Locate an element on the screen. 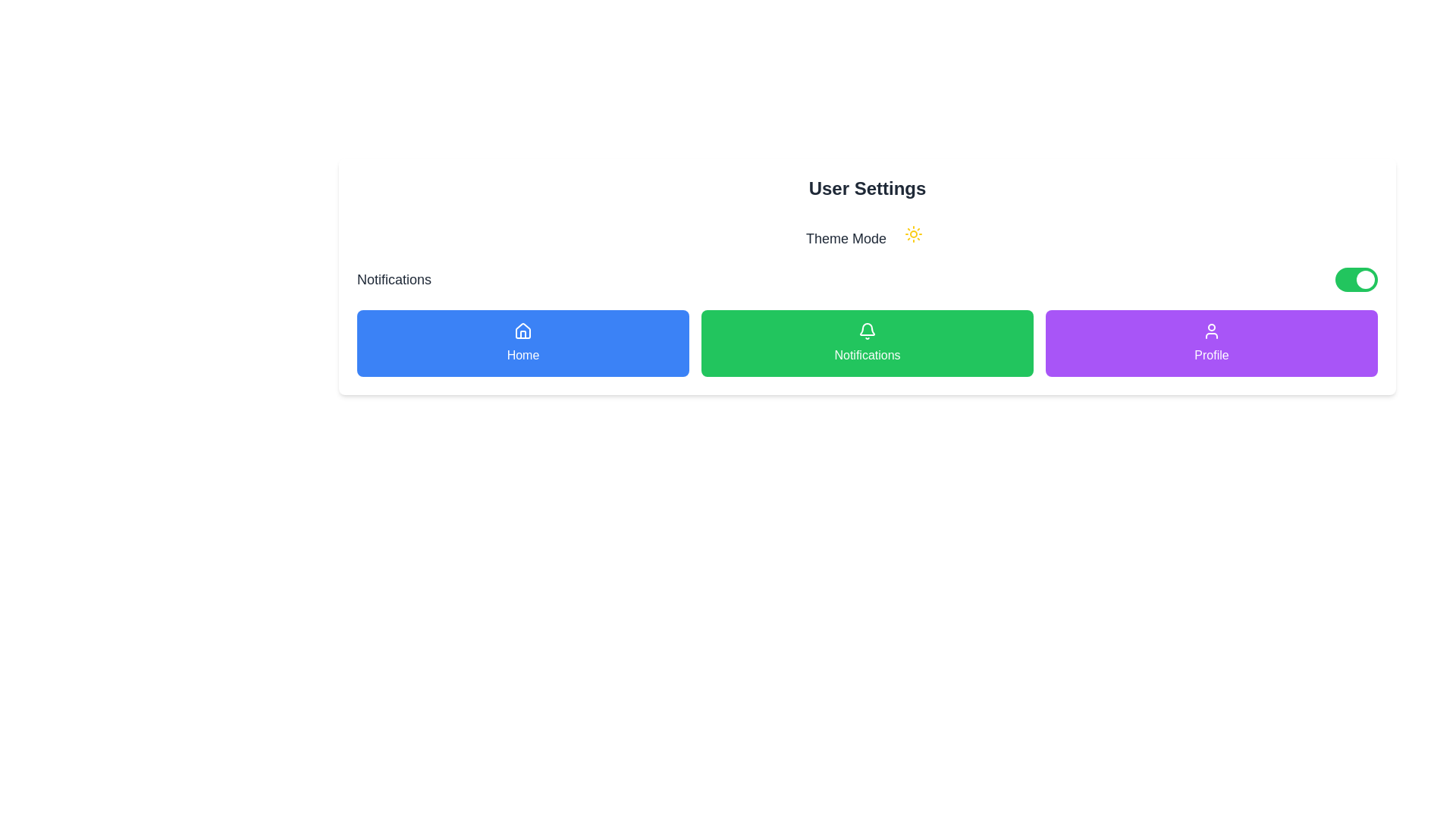 Image resolution: width=1456 pixels, height=819 pixels. the theme mode toggle icon located near the 'Theme Mode' text is located at coordinates (912, 234).